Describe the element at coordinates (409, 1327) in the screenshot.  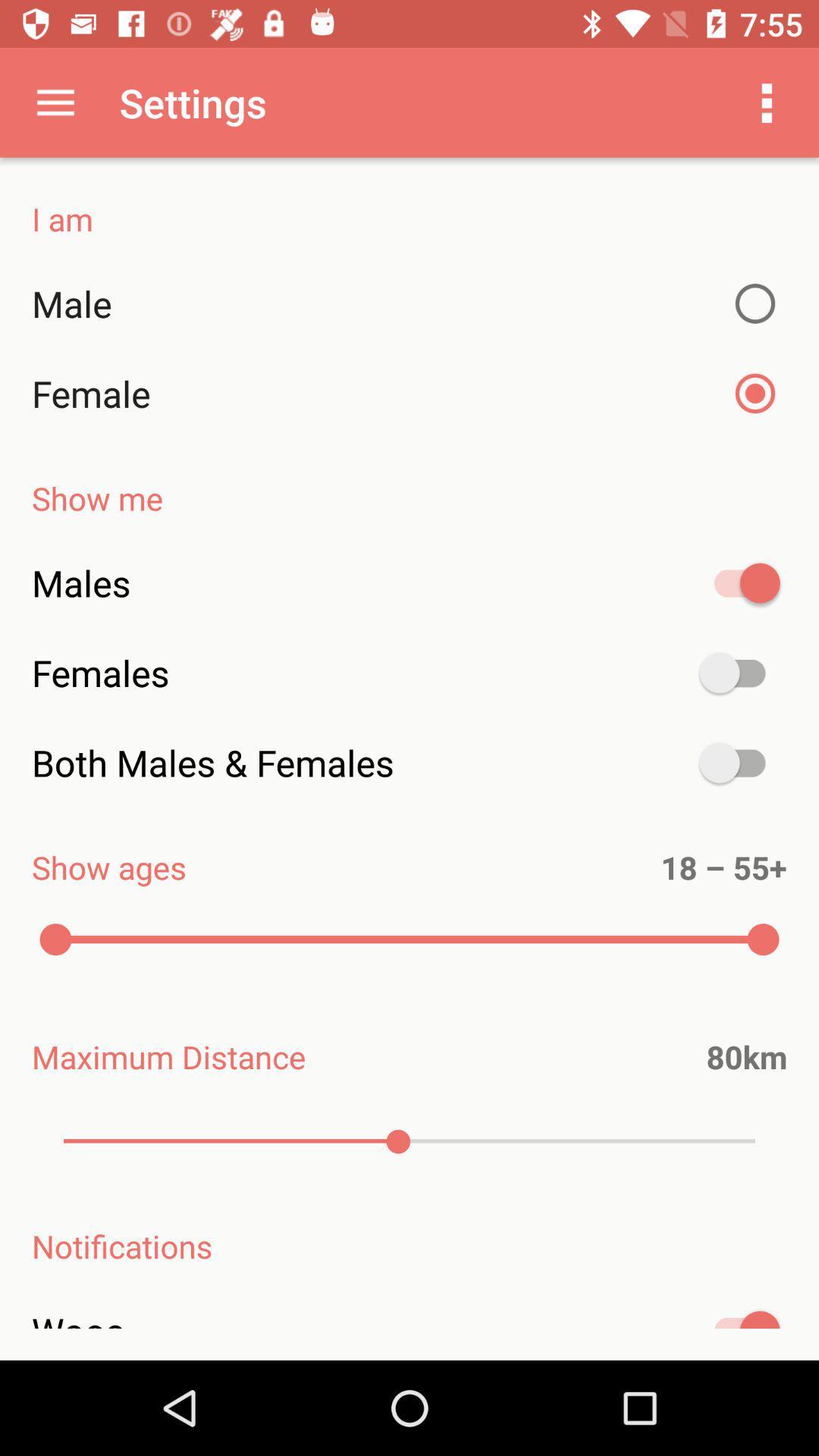
I see `the woos icon` at that location.